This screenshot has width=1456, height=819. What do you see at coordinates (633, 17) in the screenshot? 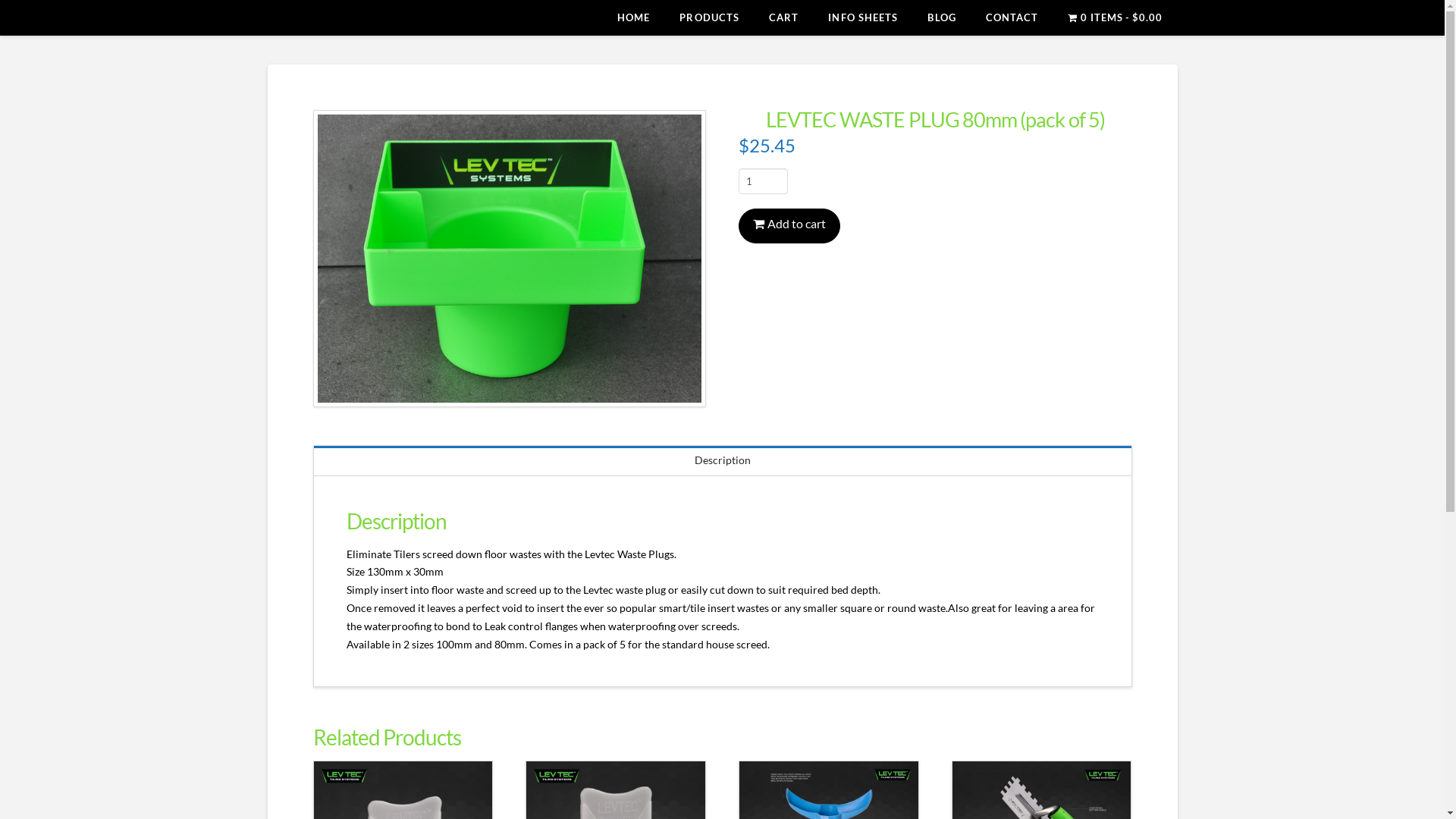
I see `'HOME'` at bounding box center [633, 17].